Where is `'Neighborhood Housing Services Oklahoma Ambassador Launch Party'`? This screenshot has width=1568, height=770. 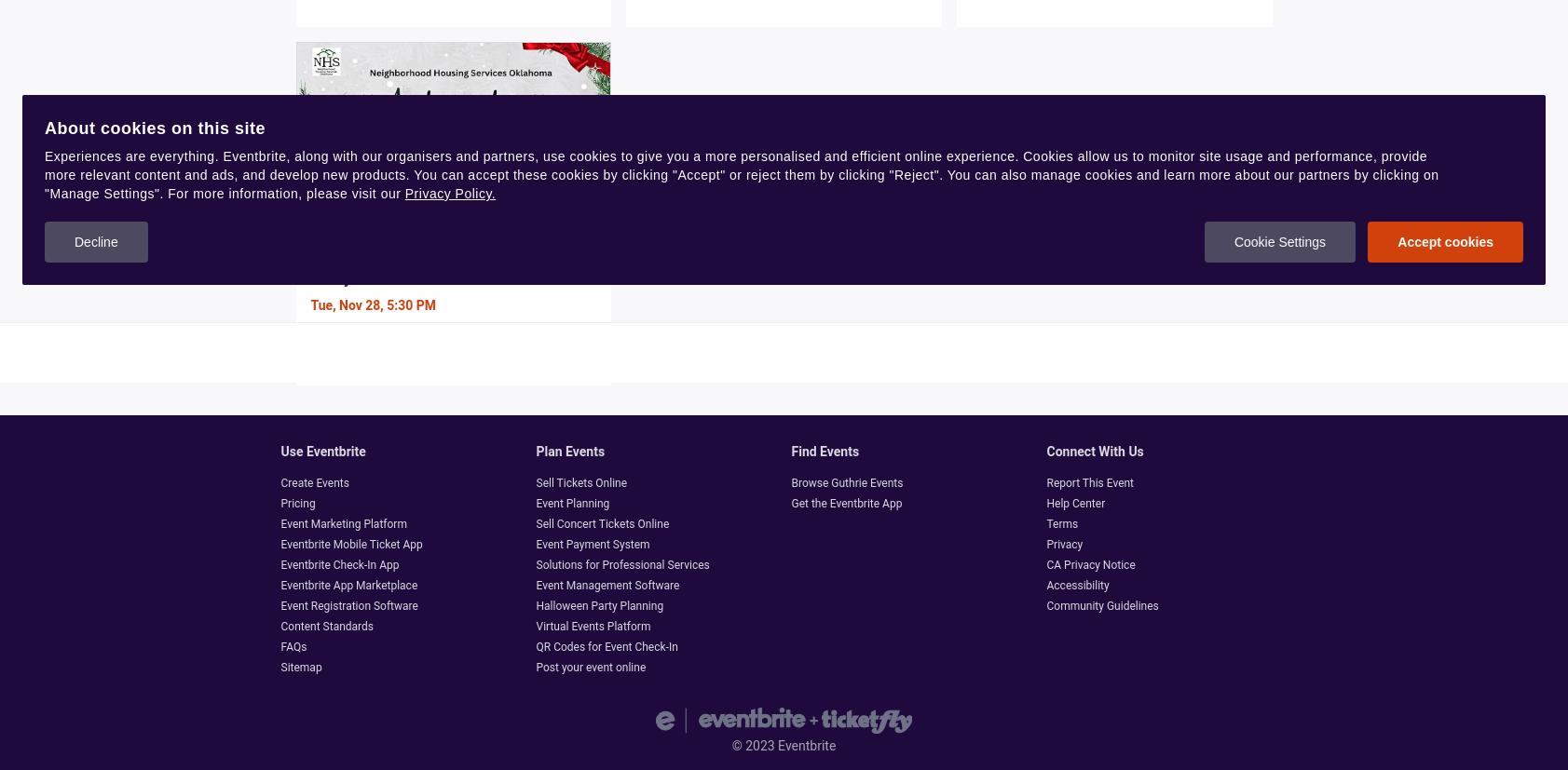
'Neighborhood Housing Services Oklahoma Ambassador Launch Party' is located at coordinates (435, 254).